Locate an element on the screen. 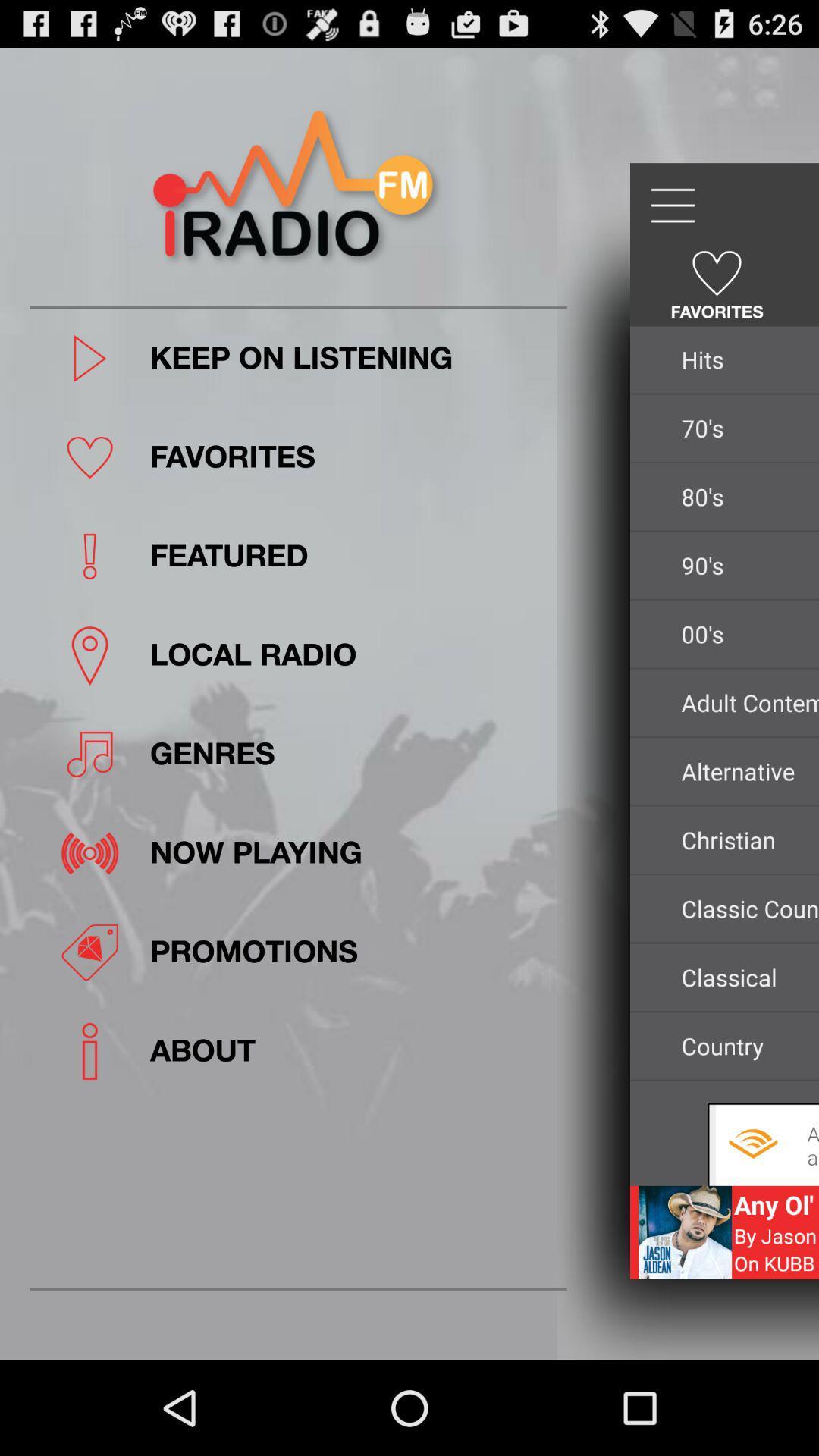 The width and height of the screenshot is (819, 1456). classical is located at coordinates (745, 977).